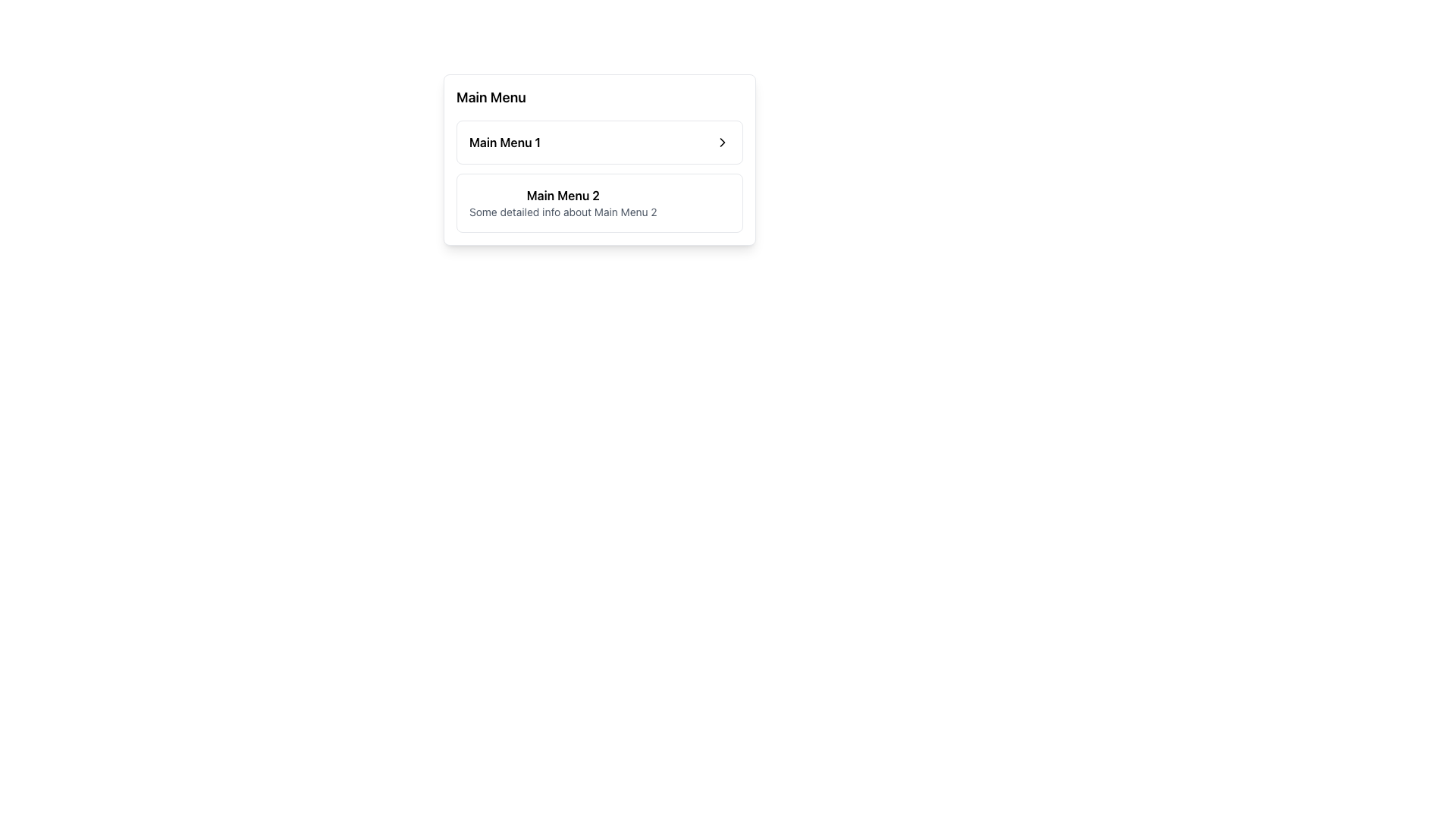 This screenshot has height=819, width=1456. What do you see at coordinates (505, 143) in the screenshot?
I see `the 'Main Menu 1' title label located on the left side of its card in the top center of the interface` at bounding box center [505, 143].